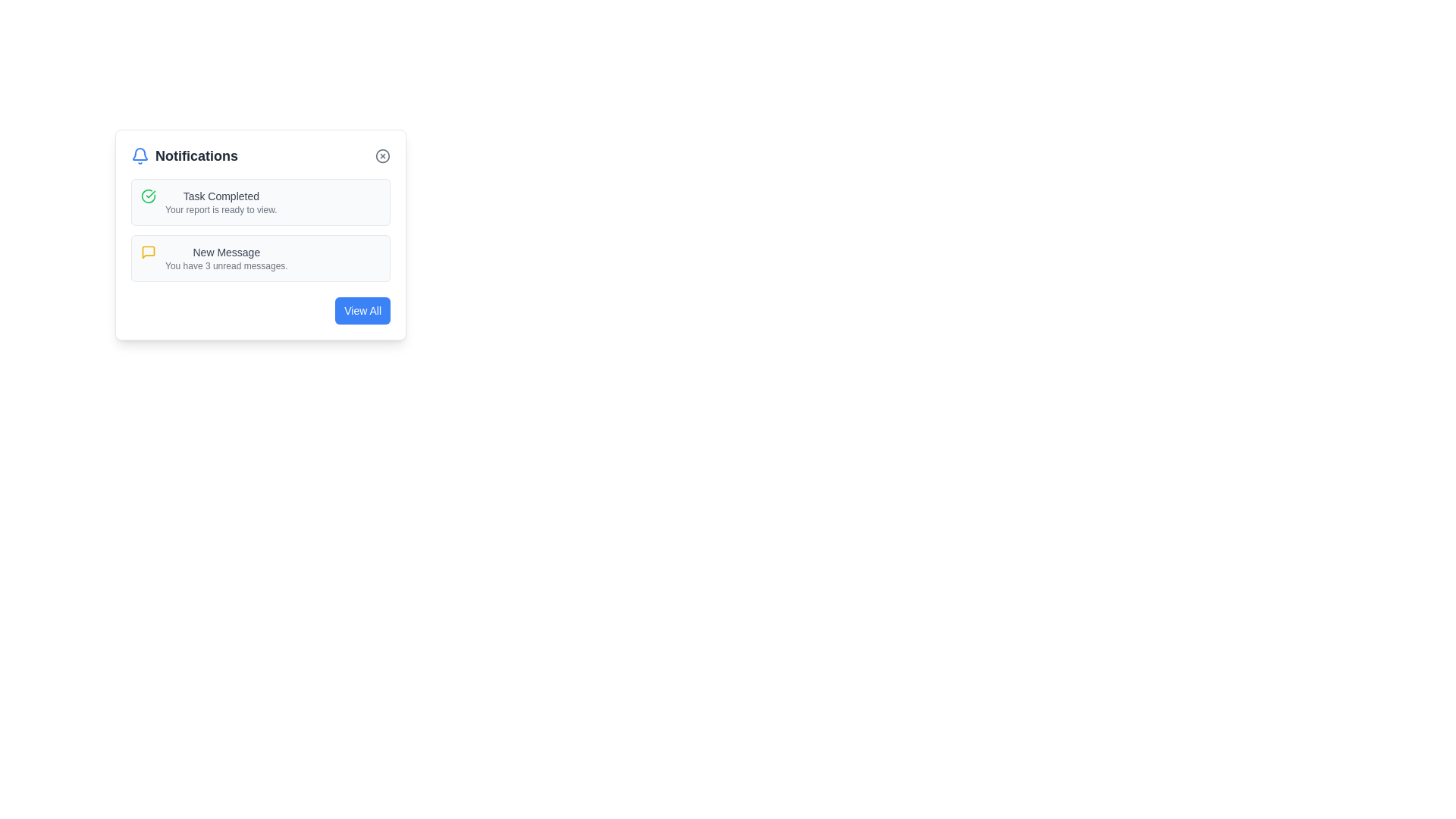 The image size is (1456, 819). Describe the element at coordinates (220, 210) in the screenshot. I see `the text snippet that displays 'Your report is ready` at that location.